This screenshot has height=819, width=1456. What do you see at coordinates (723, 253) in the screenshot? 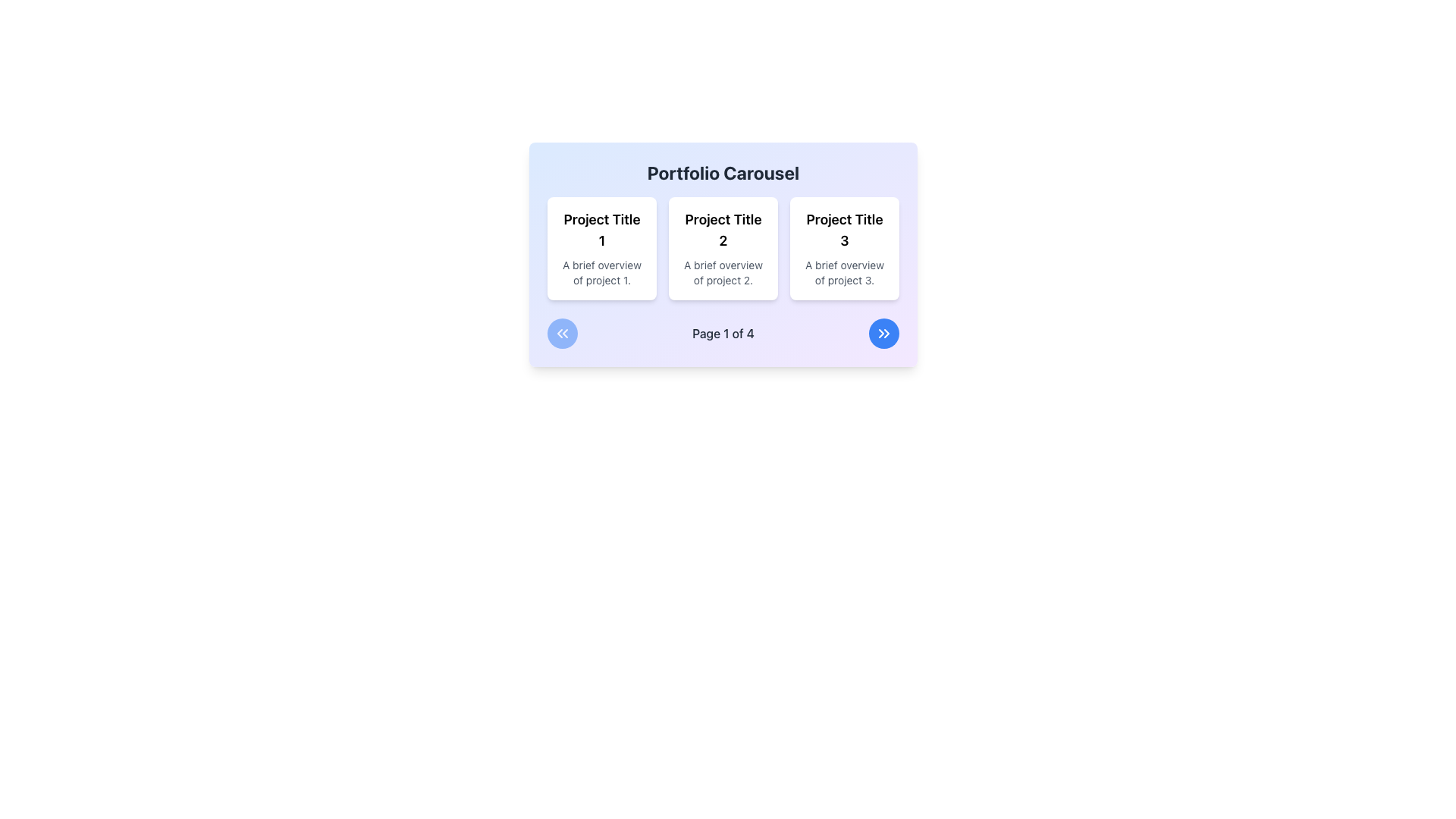
I see `the second Information Card in the Portfolio Carousel, which conveys project details` at bounding box center [723, 253].